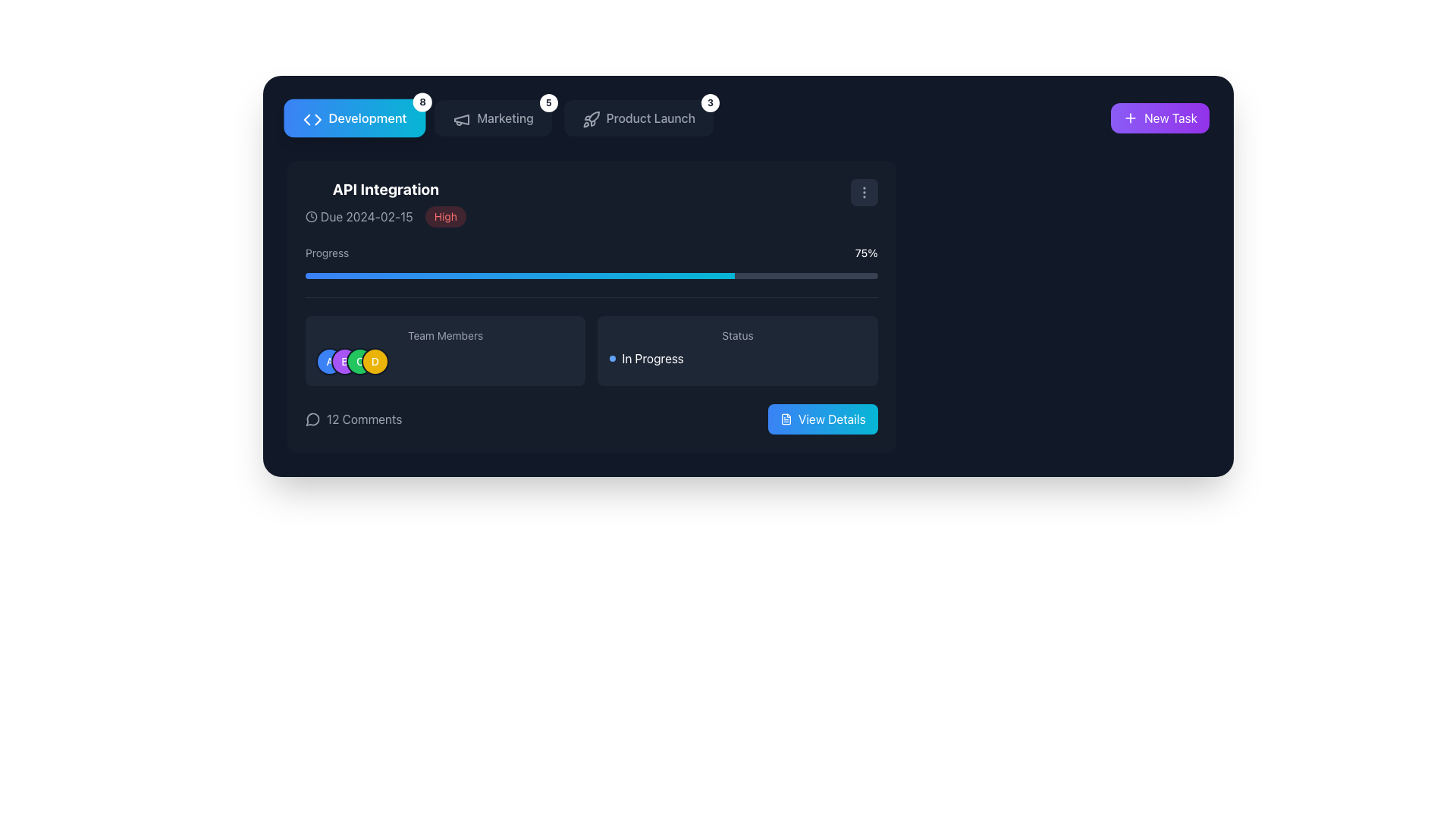 This screenshot has width=1456, height=819. Describe the element at coordinates (353, 419) in the screenshot. I see `the Interactive Button labeled '12 Comments' which features a speech bubble icon and changes color on hover, located at the bottom-left of a rectangular card` at that location.